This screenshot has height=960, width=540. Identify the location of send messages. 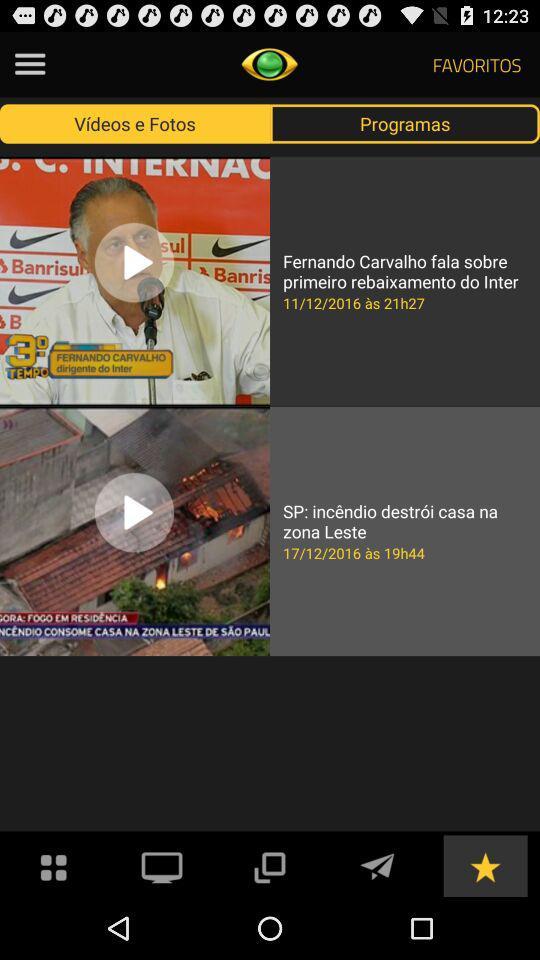
(377, 864).